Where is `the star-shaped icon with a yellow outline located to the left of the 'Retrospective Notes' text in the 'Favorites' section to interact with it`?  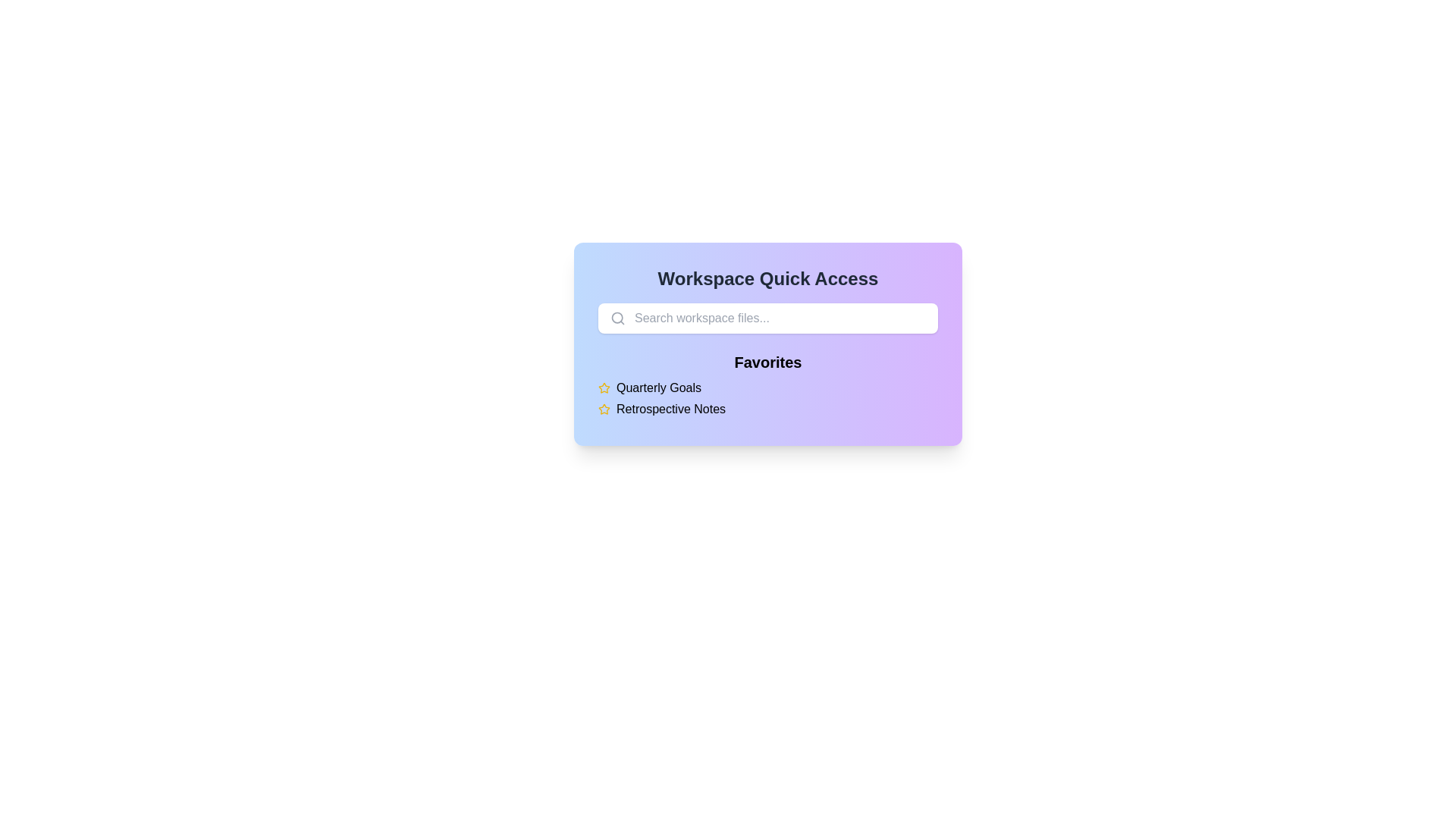
the star-shaped icon with a yellow outline located to the left of the 'Retrospective Notes' text in the 'Favorites' section to interact with it is located at coordinates (603, 409).